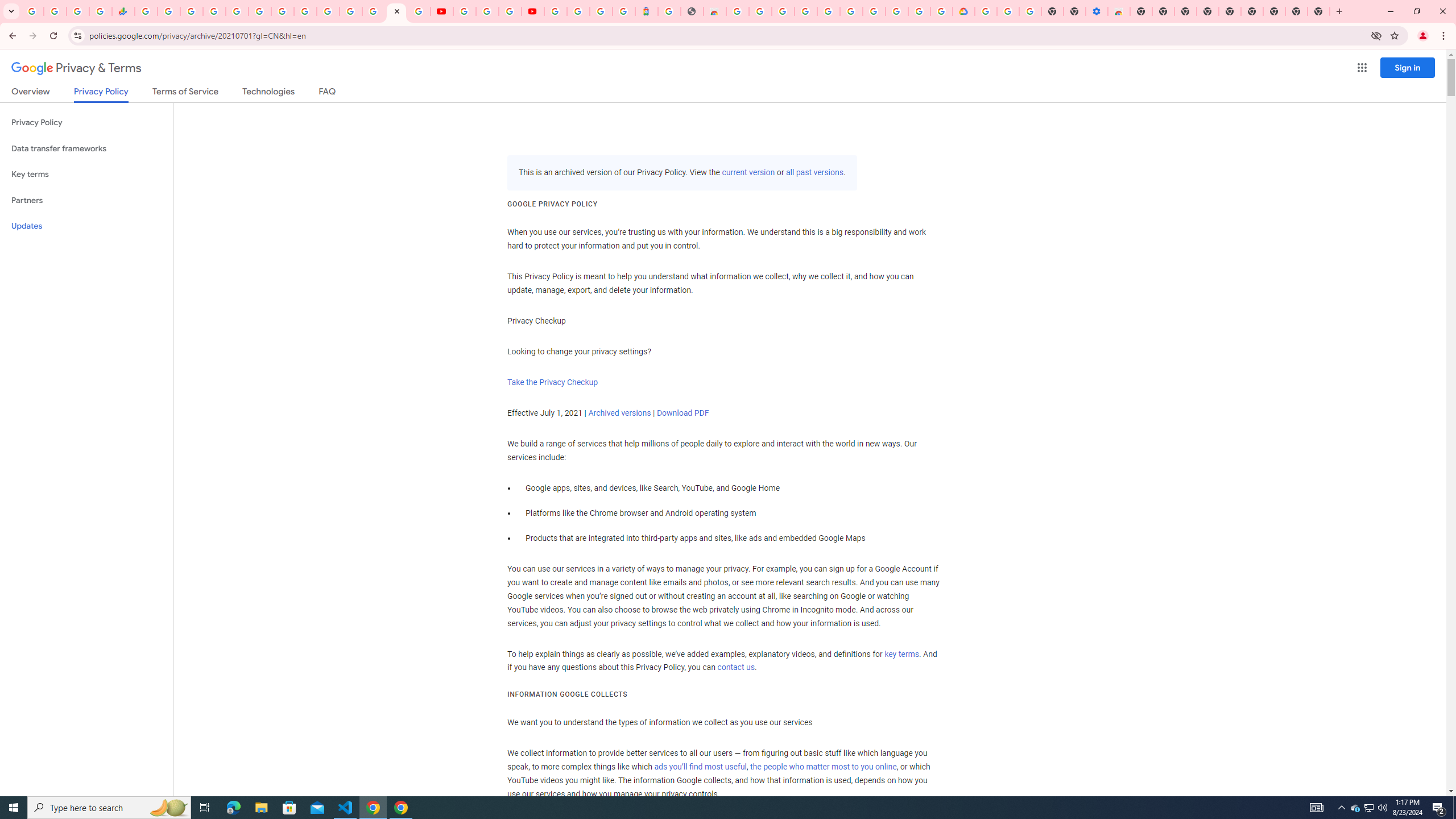 This screenshot has height=819, width=1456. I want to click on 'YouTube', so click(464, 11).